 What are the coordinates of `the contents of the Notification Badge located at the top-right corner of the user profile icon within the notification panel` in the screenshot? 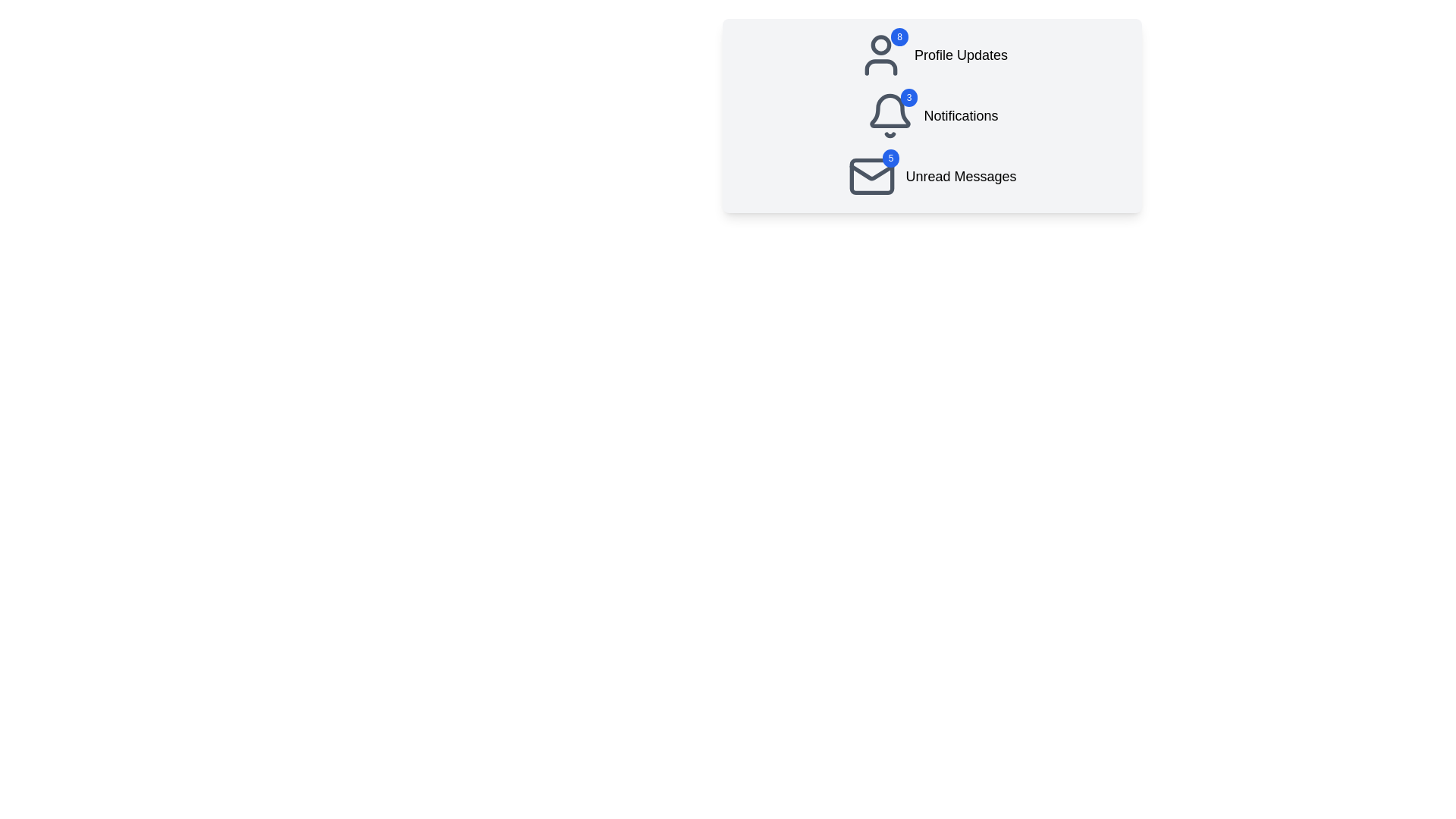 It's located at (899, 36).